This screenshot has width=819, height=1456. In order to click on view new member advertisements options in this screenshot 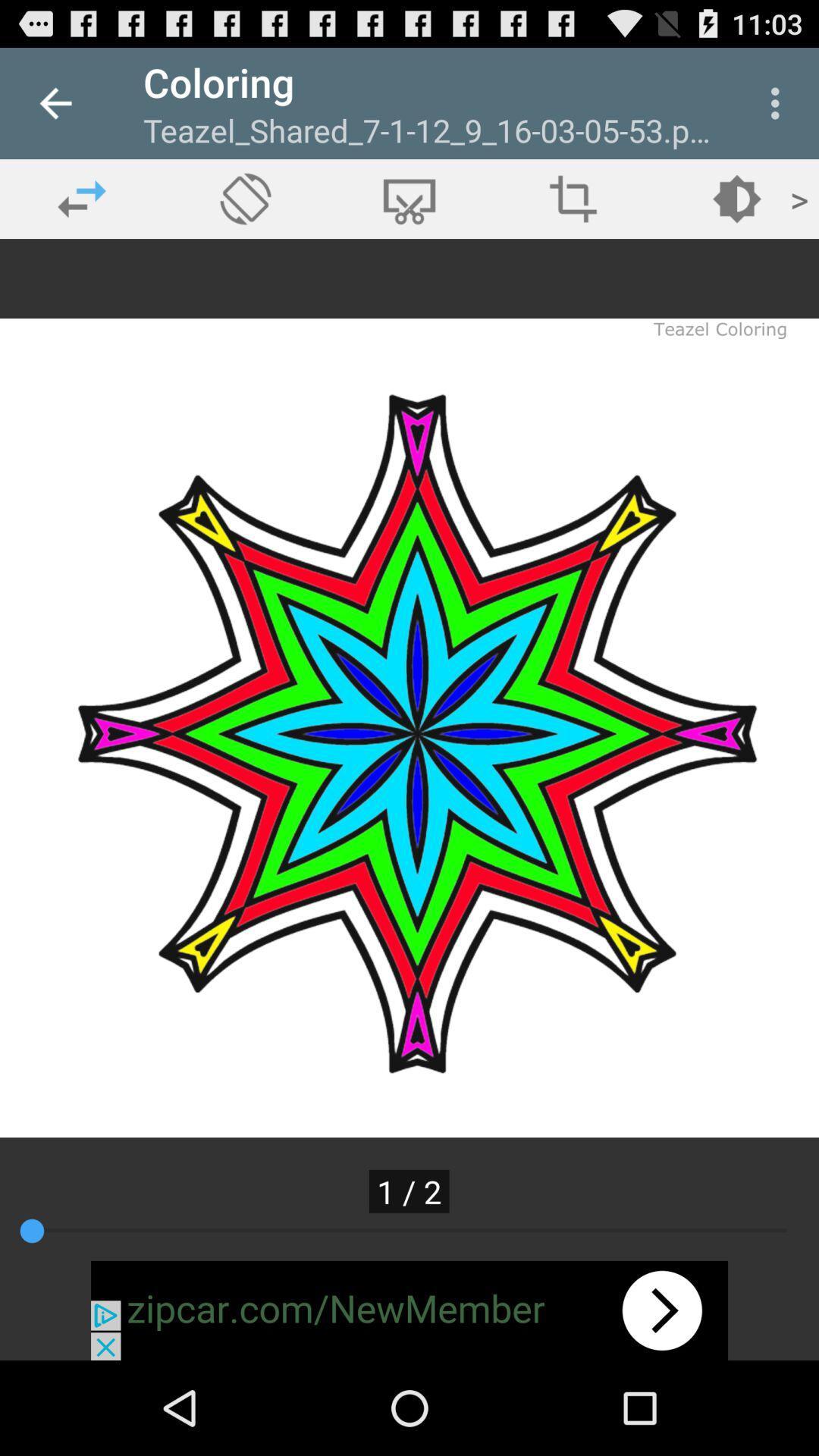, I will do `click(409, 1310)`.